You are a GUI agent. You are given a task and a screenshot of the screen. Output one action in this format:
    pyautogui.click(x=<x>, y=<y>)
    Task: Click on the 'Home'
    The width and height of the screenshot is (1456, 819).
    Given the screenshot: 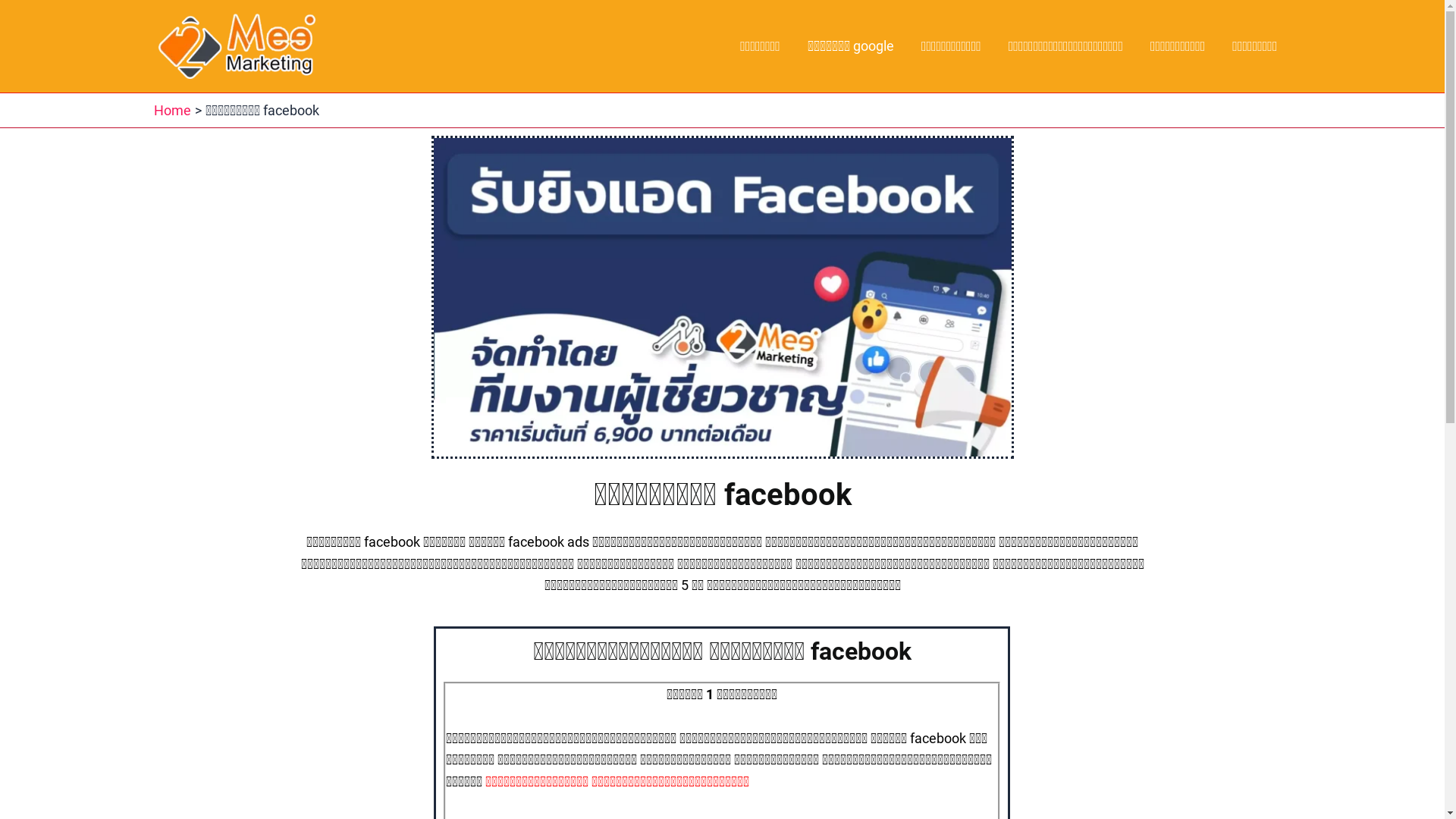 What is the action you would take?
    pyautogui.click(x=171, y=109)
    